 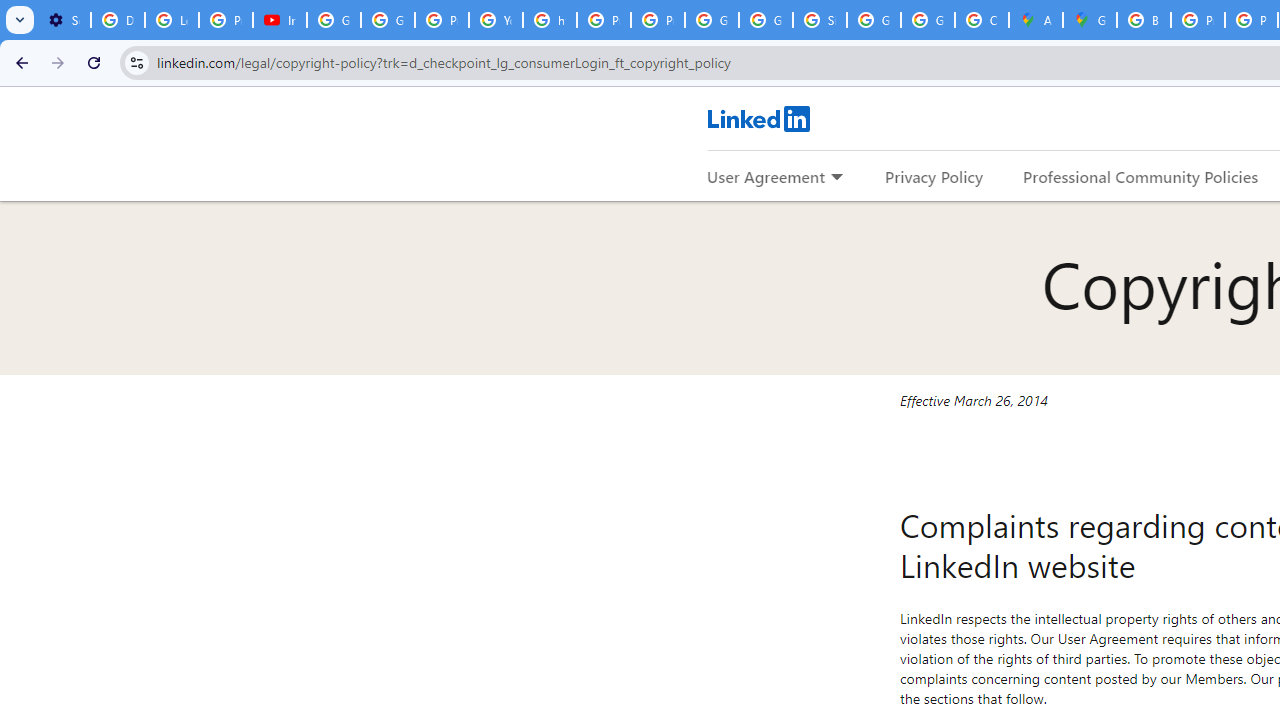 What do you see at coordinates (765, 175) in the screenshot?
I see `'User Agreement'` at bounding box center [765, 175].